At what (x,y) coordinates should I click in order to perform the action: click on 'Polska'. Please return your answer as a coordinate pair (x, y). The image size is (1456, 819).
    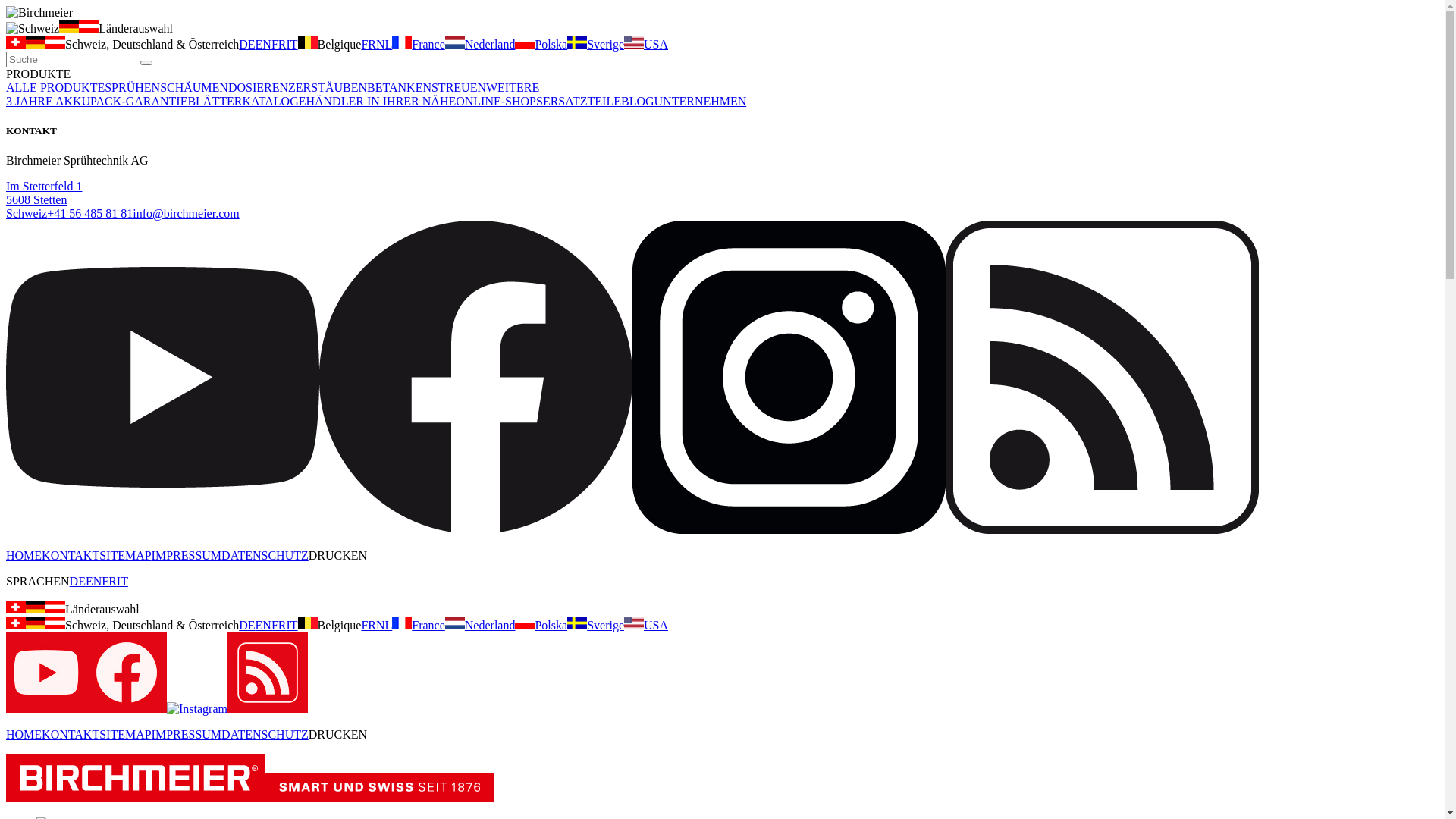
    Looking at the image, I should click on (514, 43).